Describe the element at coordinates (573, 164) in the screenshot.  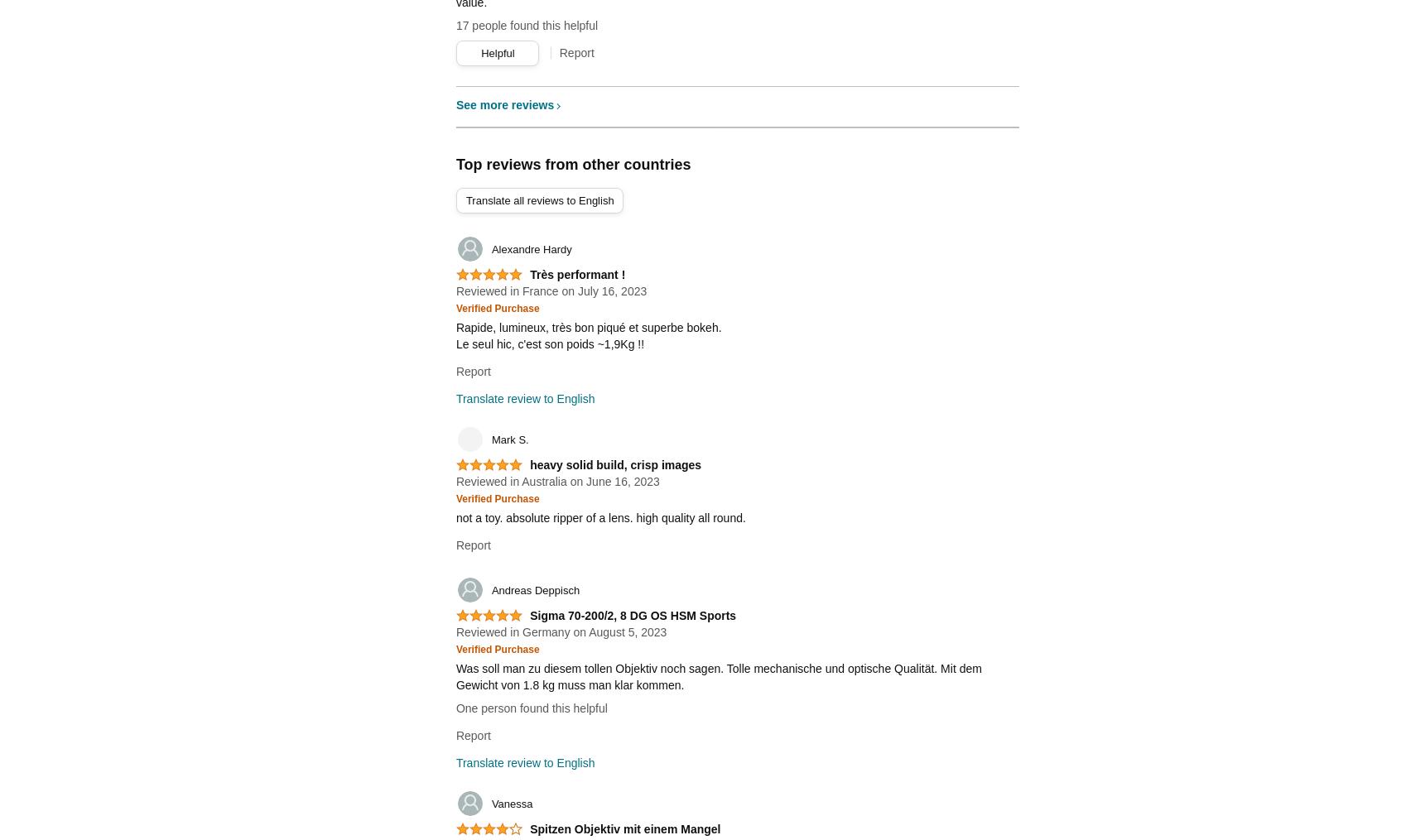
I see `'Top reviews from other countries'` at that location.